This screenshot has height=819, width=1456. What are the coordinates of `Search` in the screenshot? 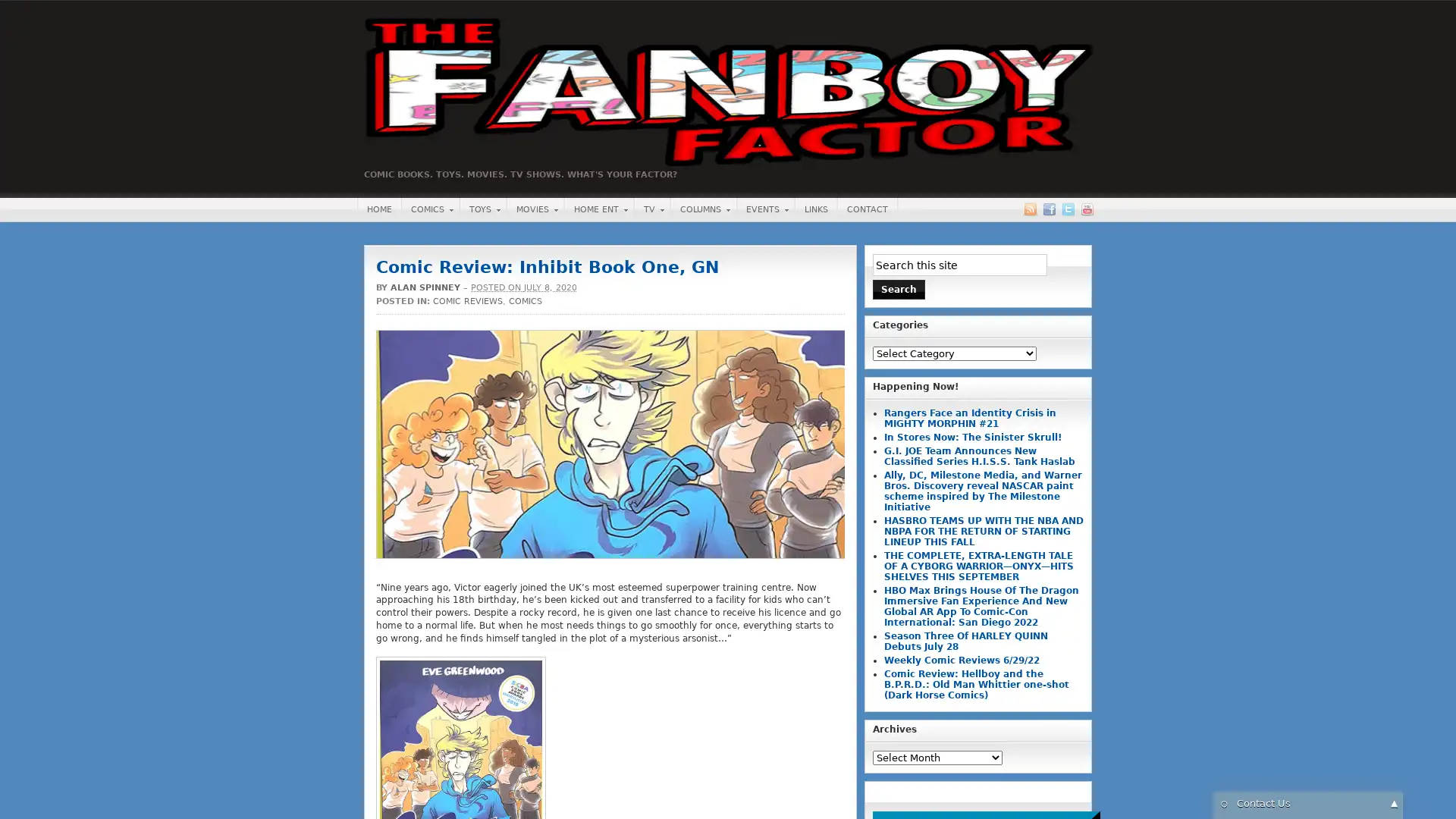 It's located at (899, 289).